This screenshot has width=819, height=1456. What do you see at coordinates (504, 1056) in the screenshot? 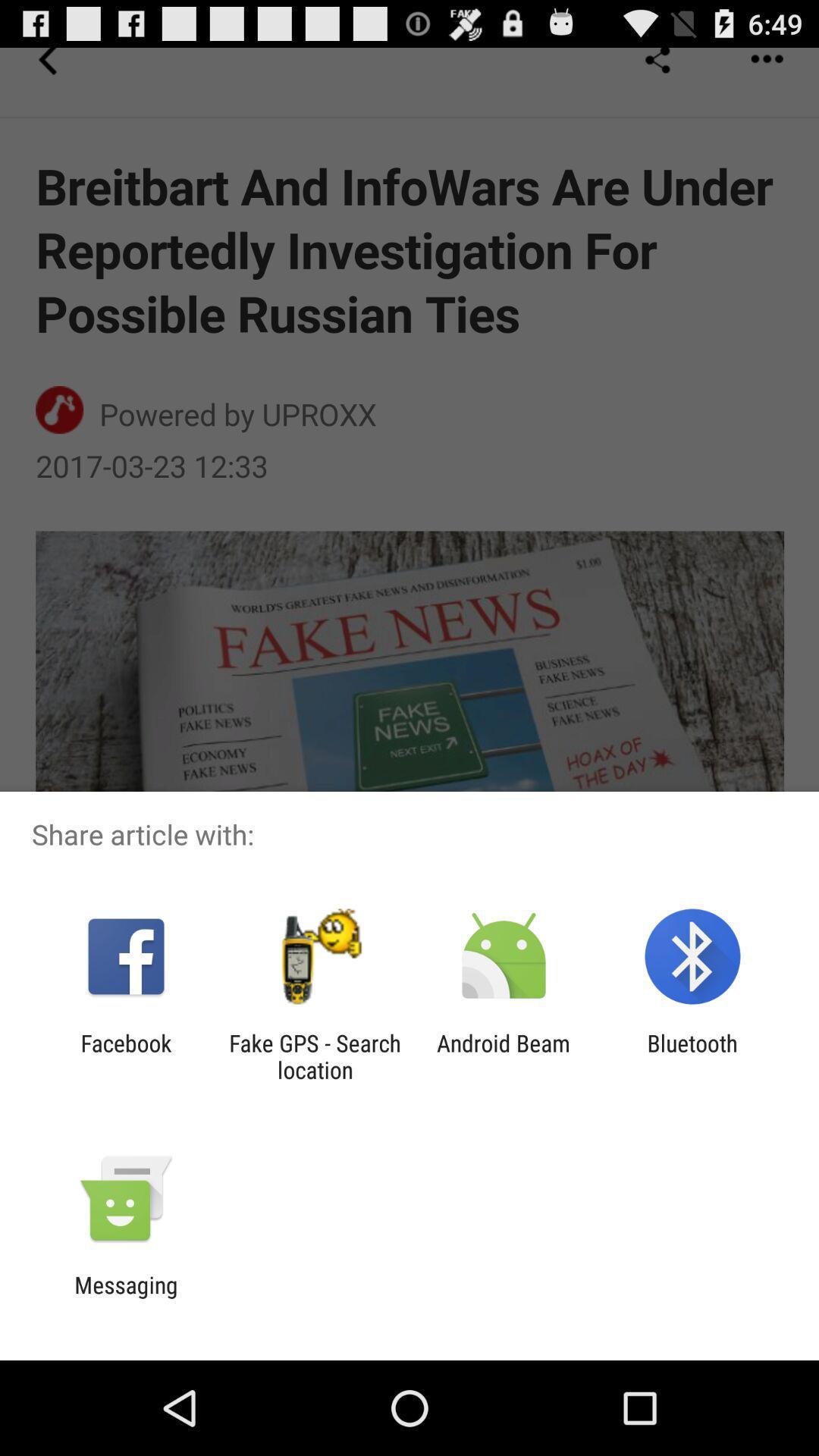
I see `icon to the left of the bluetooth app` at bounding box center [504, 1056].